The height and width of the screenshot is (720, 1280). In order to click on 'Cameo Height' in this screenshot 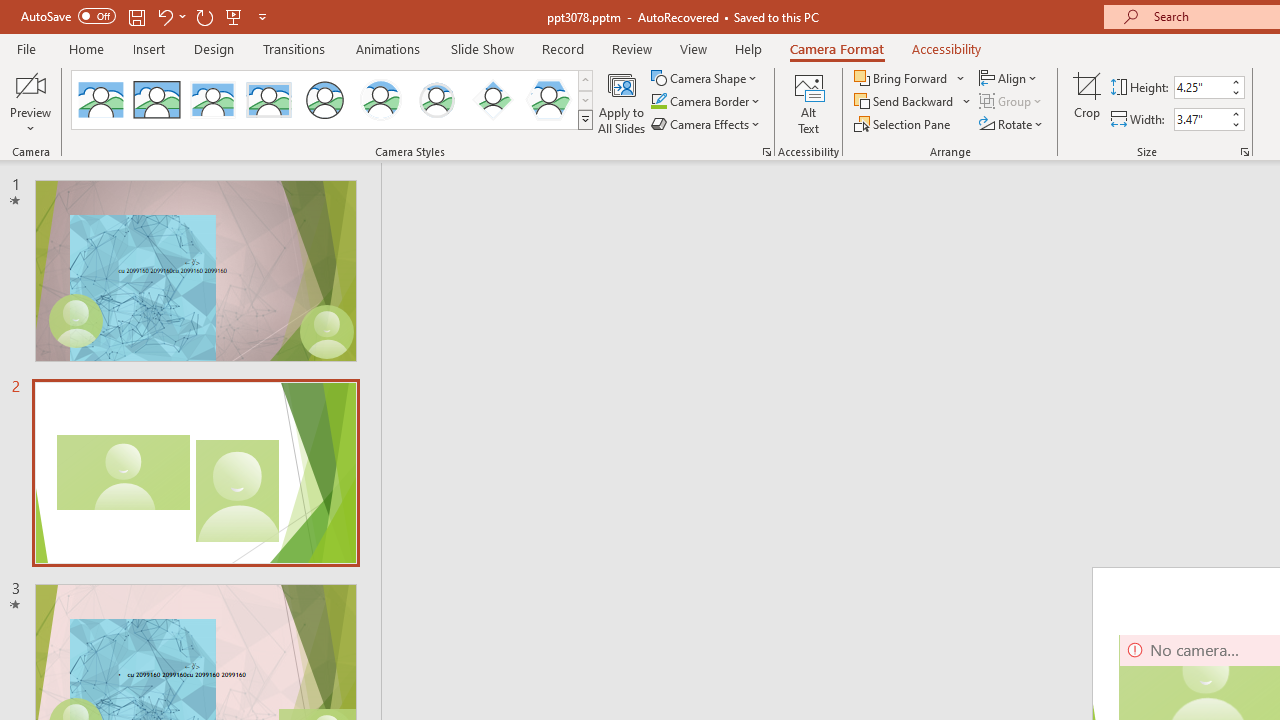, I will do `click(1200, 86)`.